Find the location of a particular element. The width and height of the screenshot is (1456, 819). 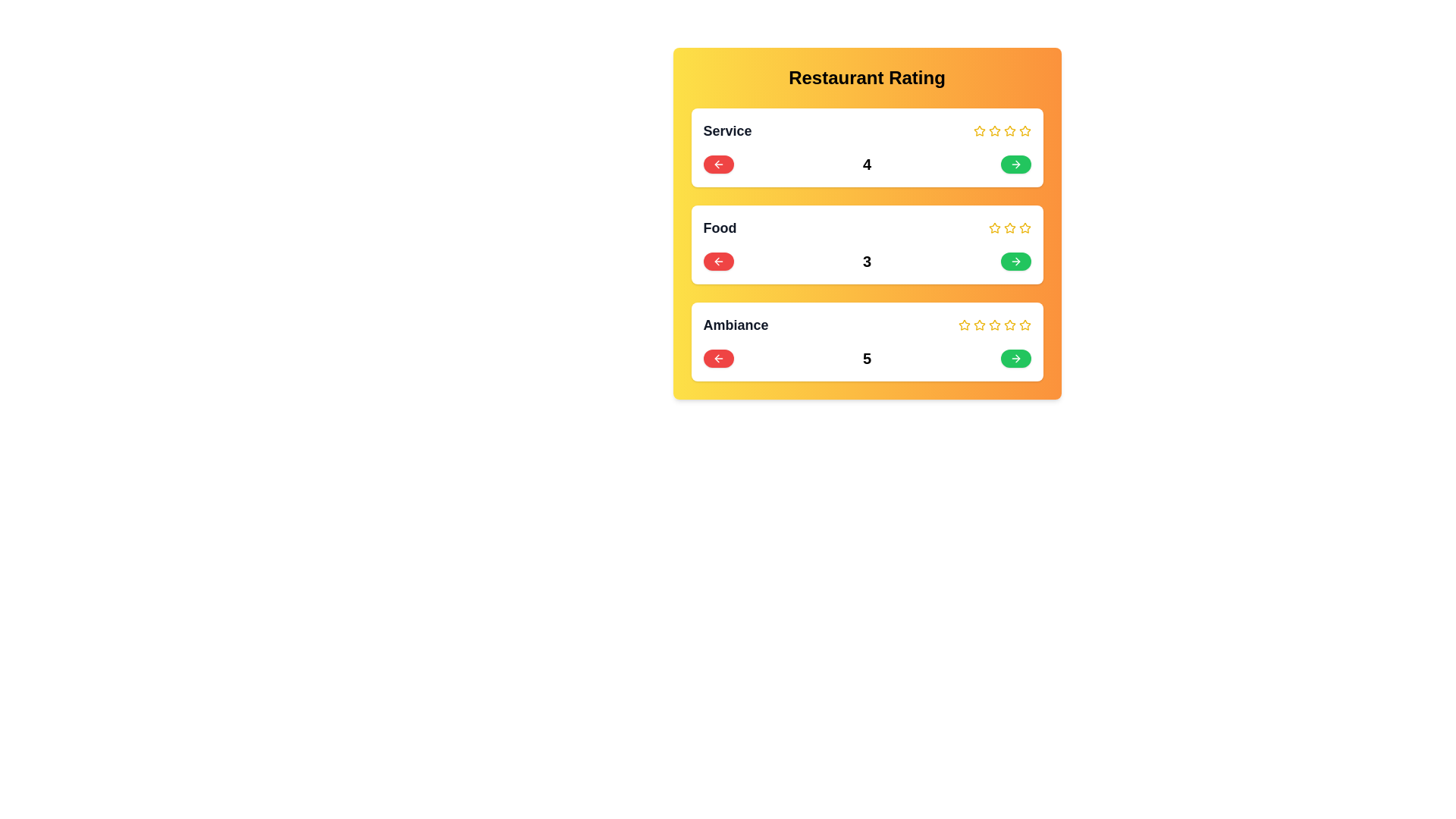

the green rounded button located at the far-right end of the third row labeled 'Ambiance' is located at coordinates (1015, 359).